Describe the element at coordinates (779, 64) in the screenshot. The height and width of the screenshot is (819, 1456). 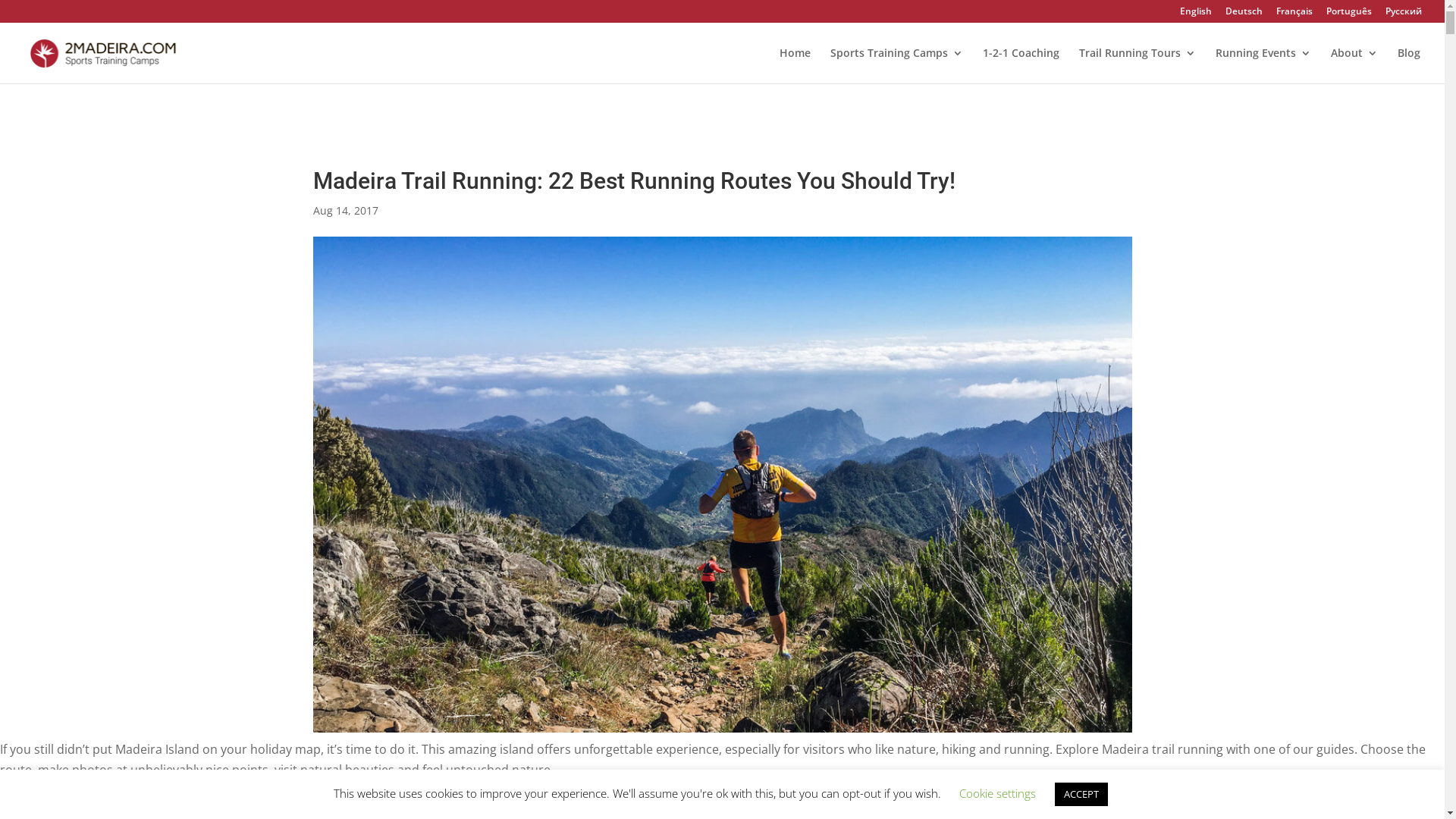
I see `'Home'` at that location.